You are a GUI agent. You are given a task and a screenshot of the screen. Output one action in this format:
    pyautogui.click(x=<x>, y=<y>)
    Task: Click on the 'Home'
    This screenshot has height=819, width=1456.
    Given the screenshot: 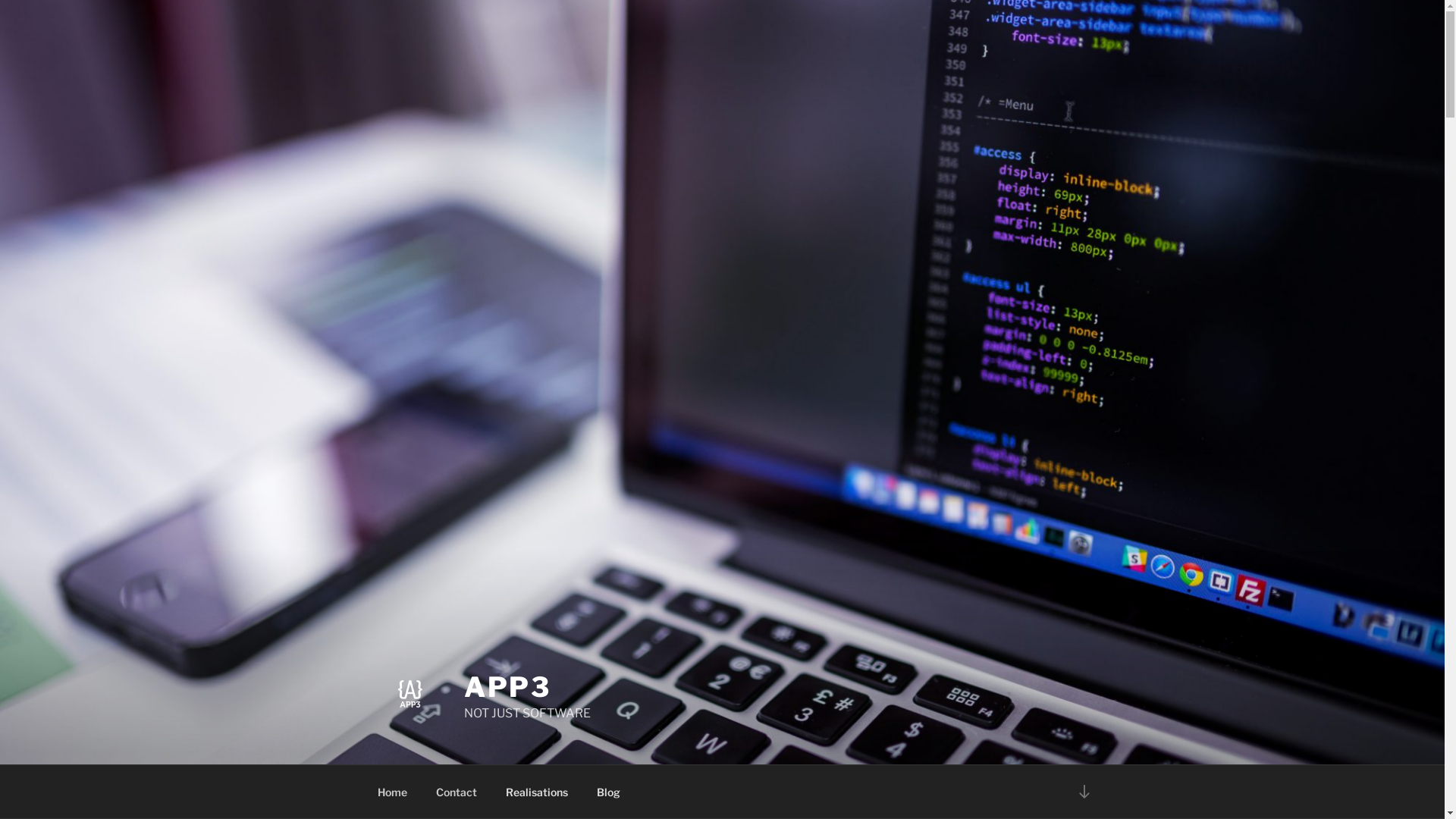 What is the action you would take?
    pyautogui.click(x=392, y=791)
    